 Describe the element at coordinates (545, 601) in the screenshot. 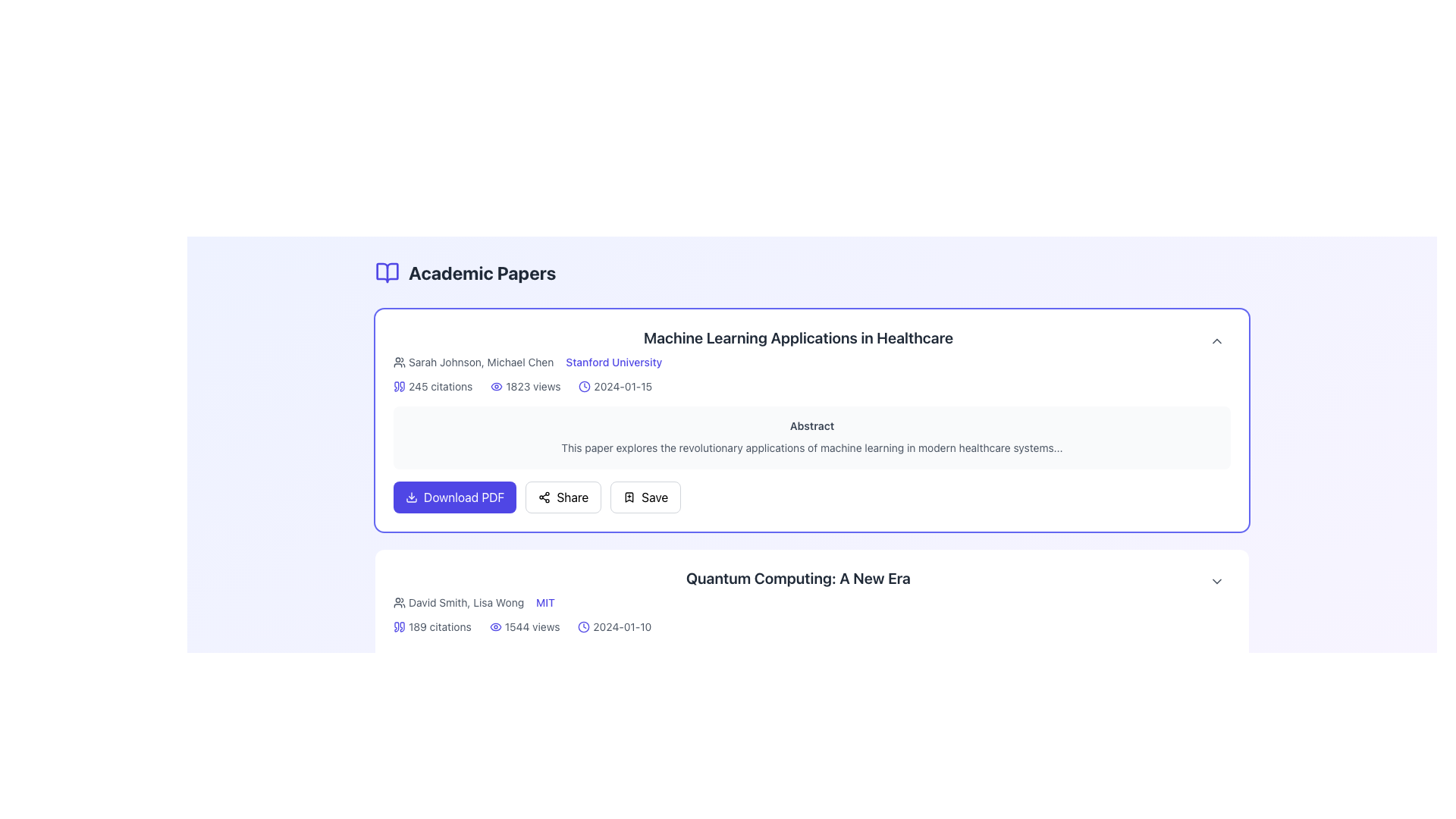

I see `the text label displaying 'MIT' styled in indigo and bold font, located to the right of the authors' names` at that location.